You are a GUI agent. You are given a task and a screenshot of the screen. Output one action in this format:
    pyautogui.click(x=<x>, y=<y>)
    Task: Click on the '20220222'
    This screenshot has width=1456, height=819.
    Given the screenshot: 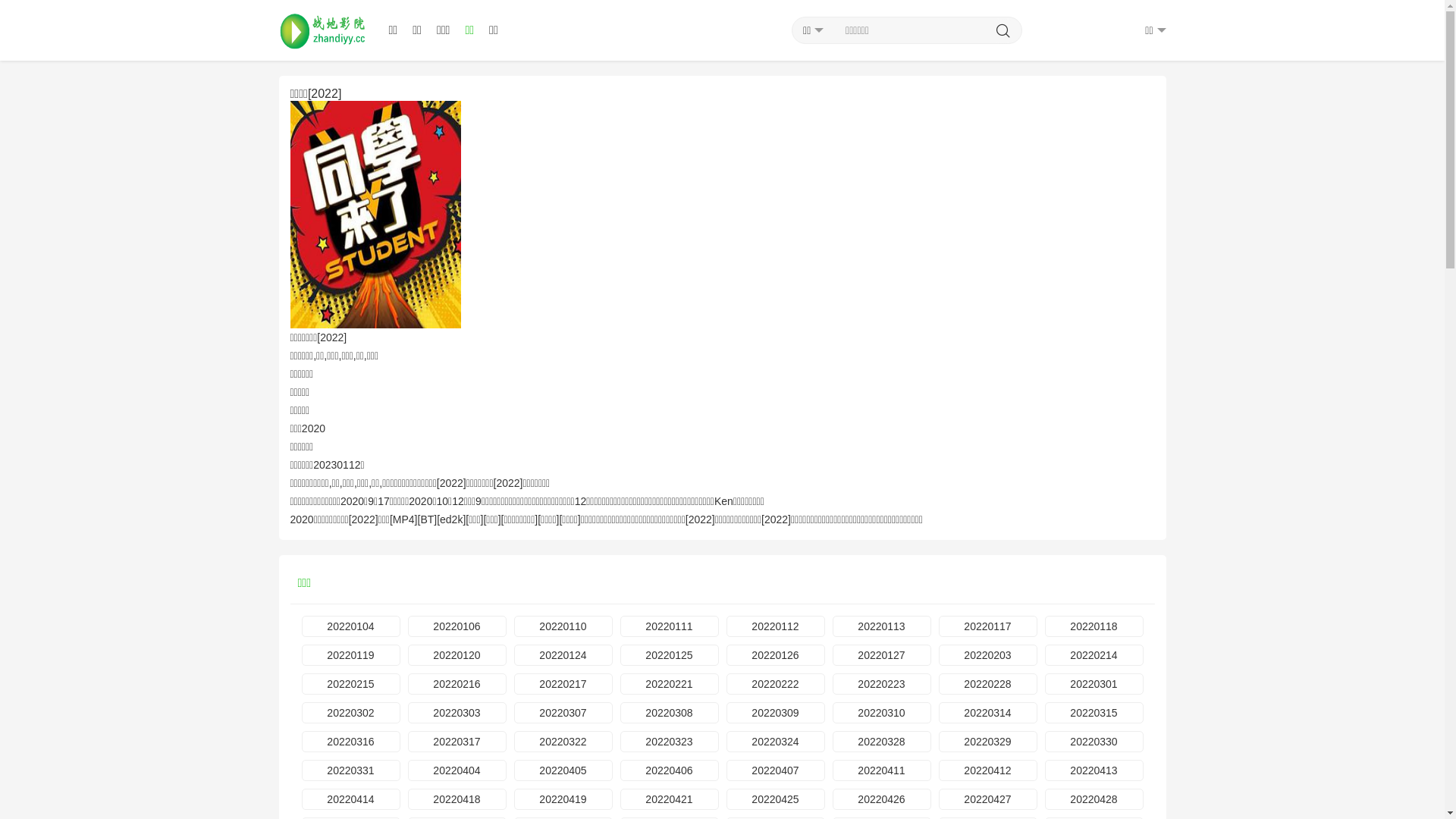 What is the action you would take?
    pyautogui.click(x=775, y=684)
    